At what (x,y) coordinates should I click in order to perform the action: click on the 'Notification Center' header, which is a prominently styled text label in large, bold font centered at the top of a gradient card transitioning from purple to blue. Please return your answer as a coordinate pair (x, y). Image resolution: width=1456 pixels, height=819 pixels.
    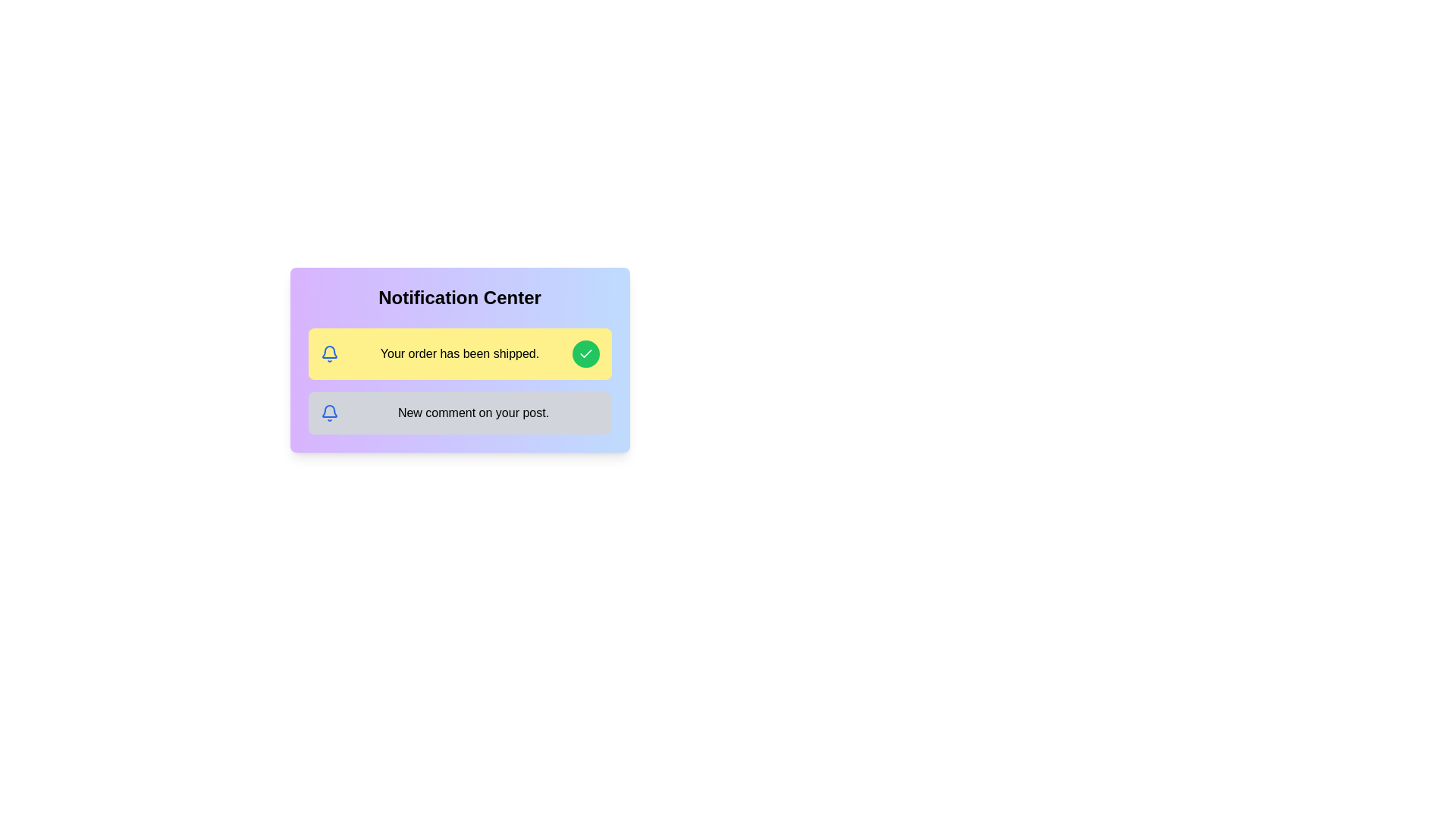
    Looking at the image, I should click on (459, 298).